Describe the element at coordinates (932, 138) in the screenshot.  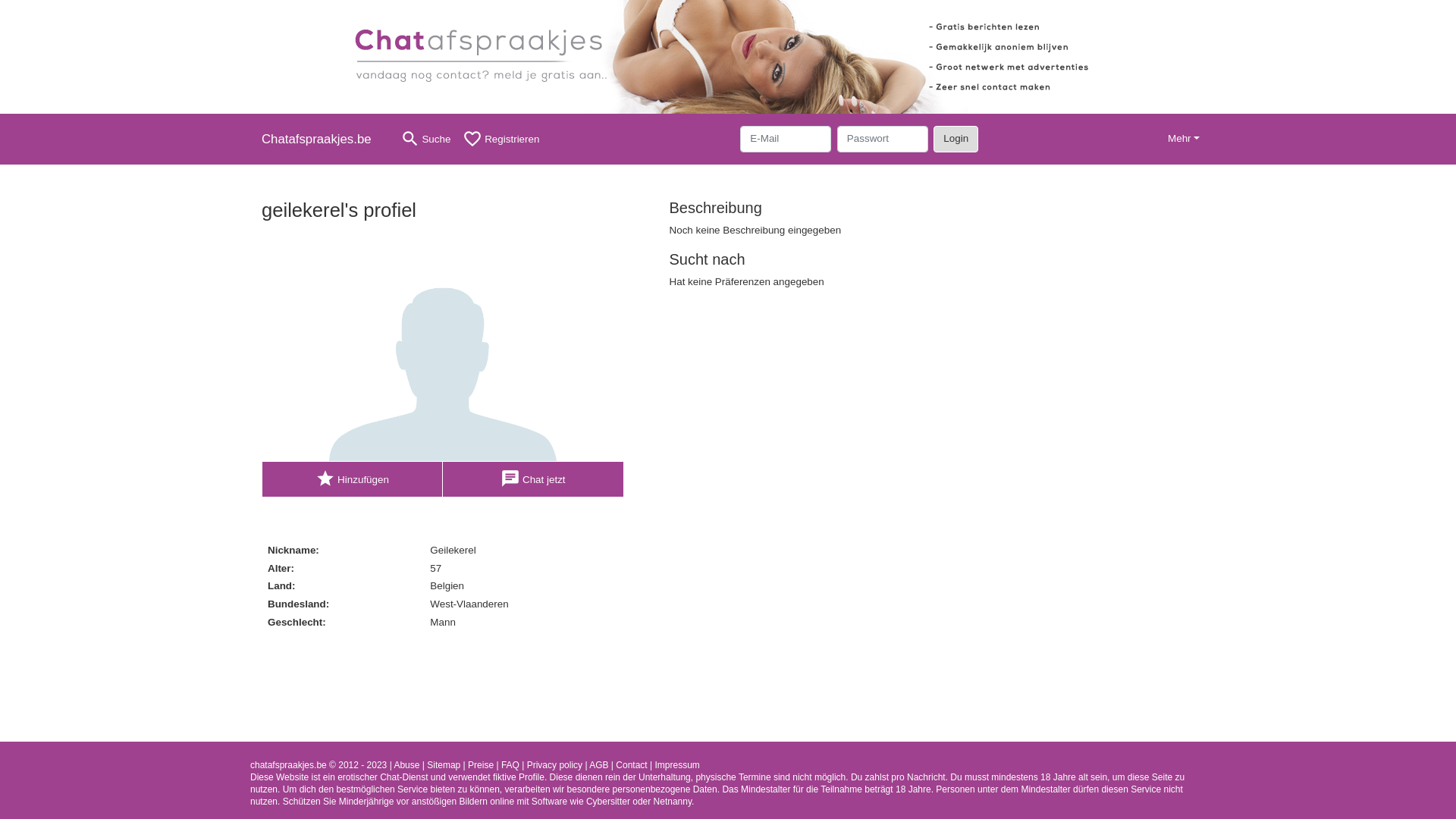
I see `'Login'` at that location.